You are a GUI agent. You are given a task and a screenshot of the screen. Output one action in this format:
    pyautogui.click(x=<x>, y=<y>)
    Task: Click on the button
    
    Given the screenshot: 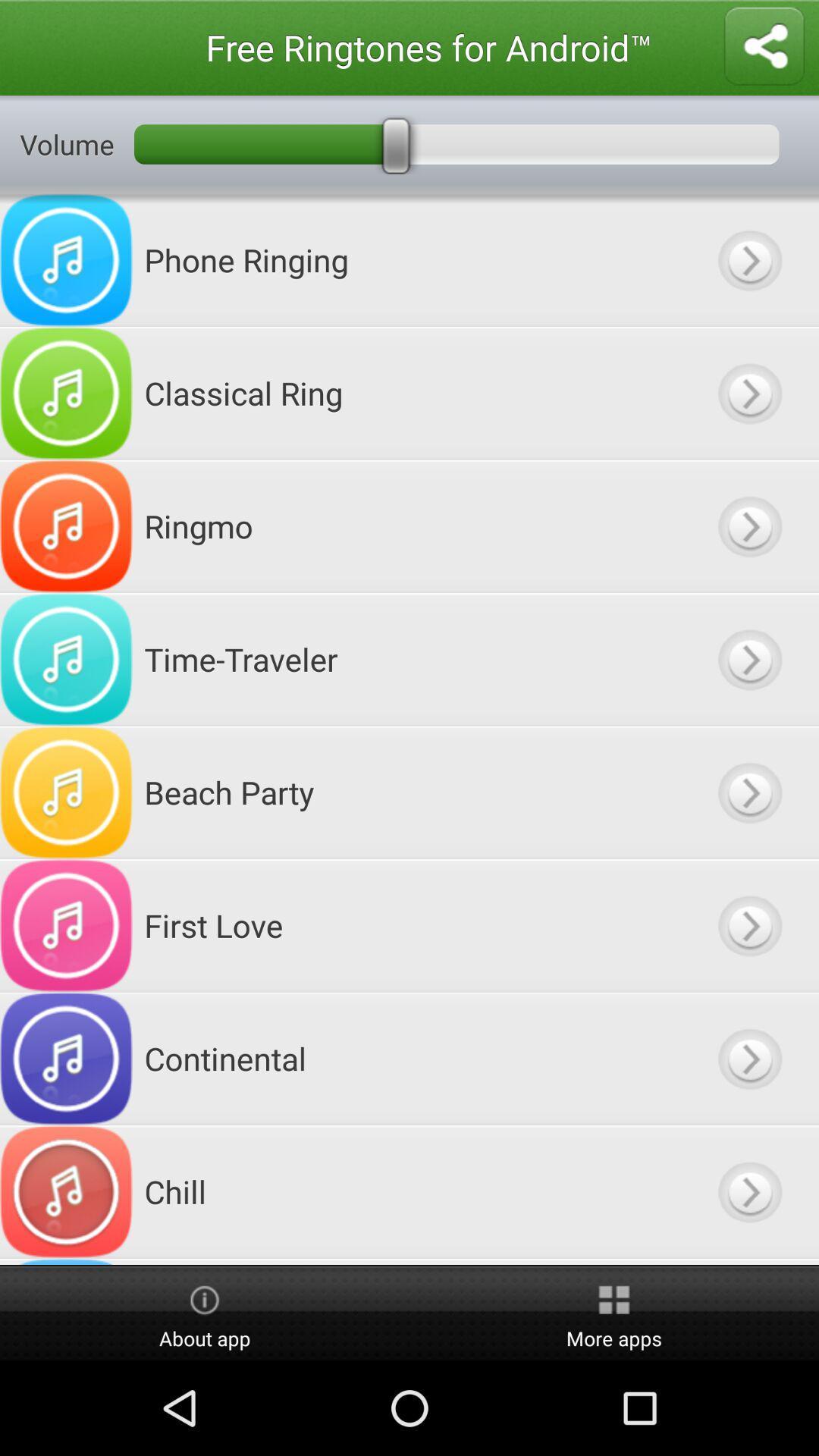 What is the action you would take?
    pyautogui.click(x=748, y=792)
    